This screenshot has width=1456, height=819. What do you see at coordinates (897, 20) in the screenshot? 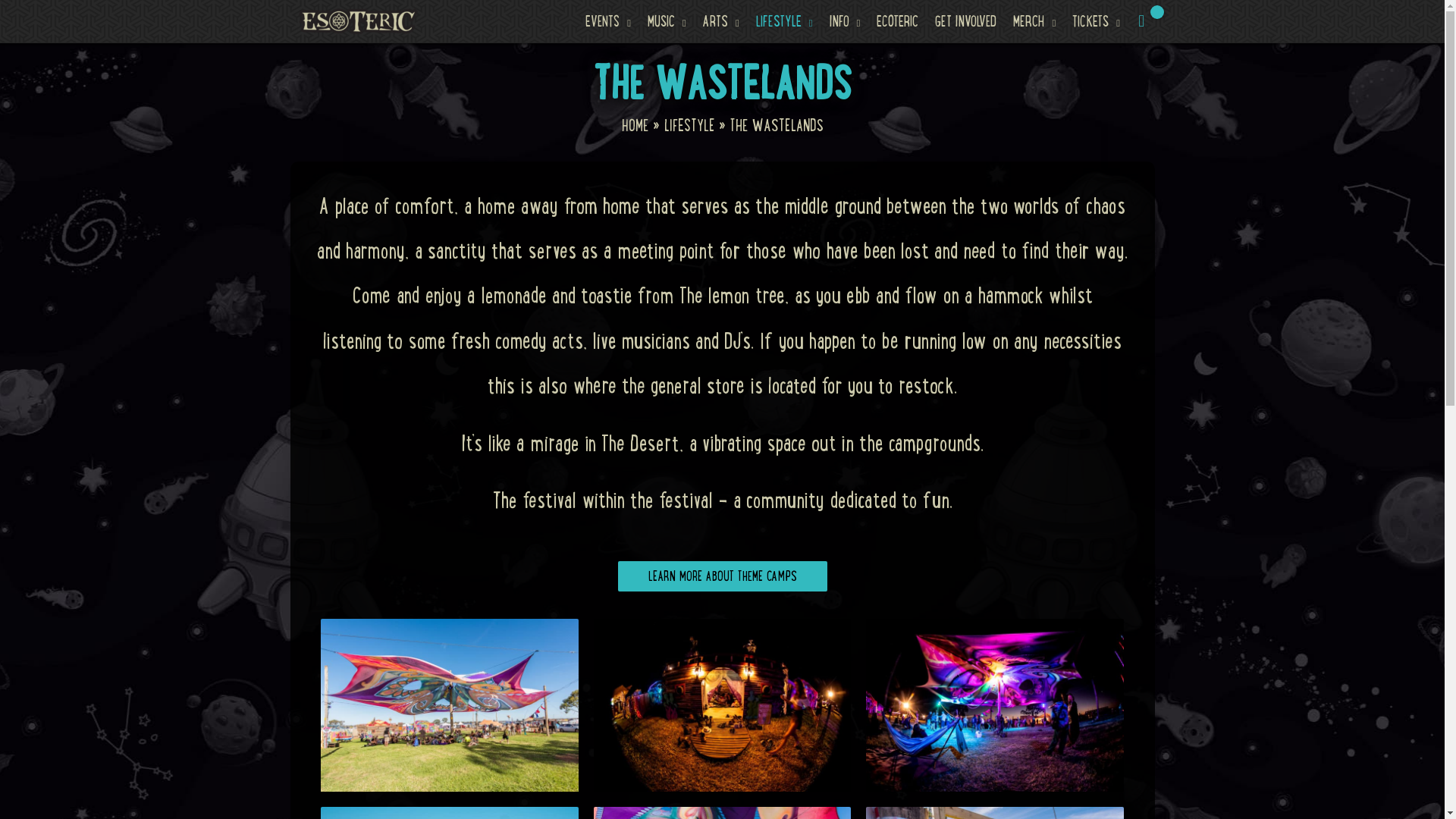
I see `'ECOTERIC'` at bounding box center [897, 20].